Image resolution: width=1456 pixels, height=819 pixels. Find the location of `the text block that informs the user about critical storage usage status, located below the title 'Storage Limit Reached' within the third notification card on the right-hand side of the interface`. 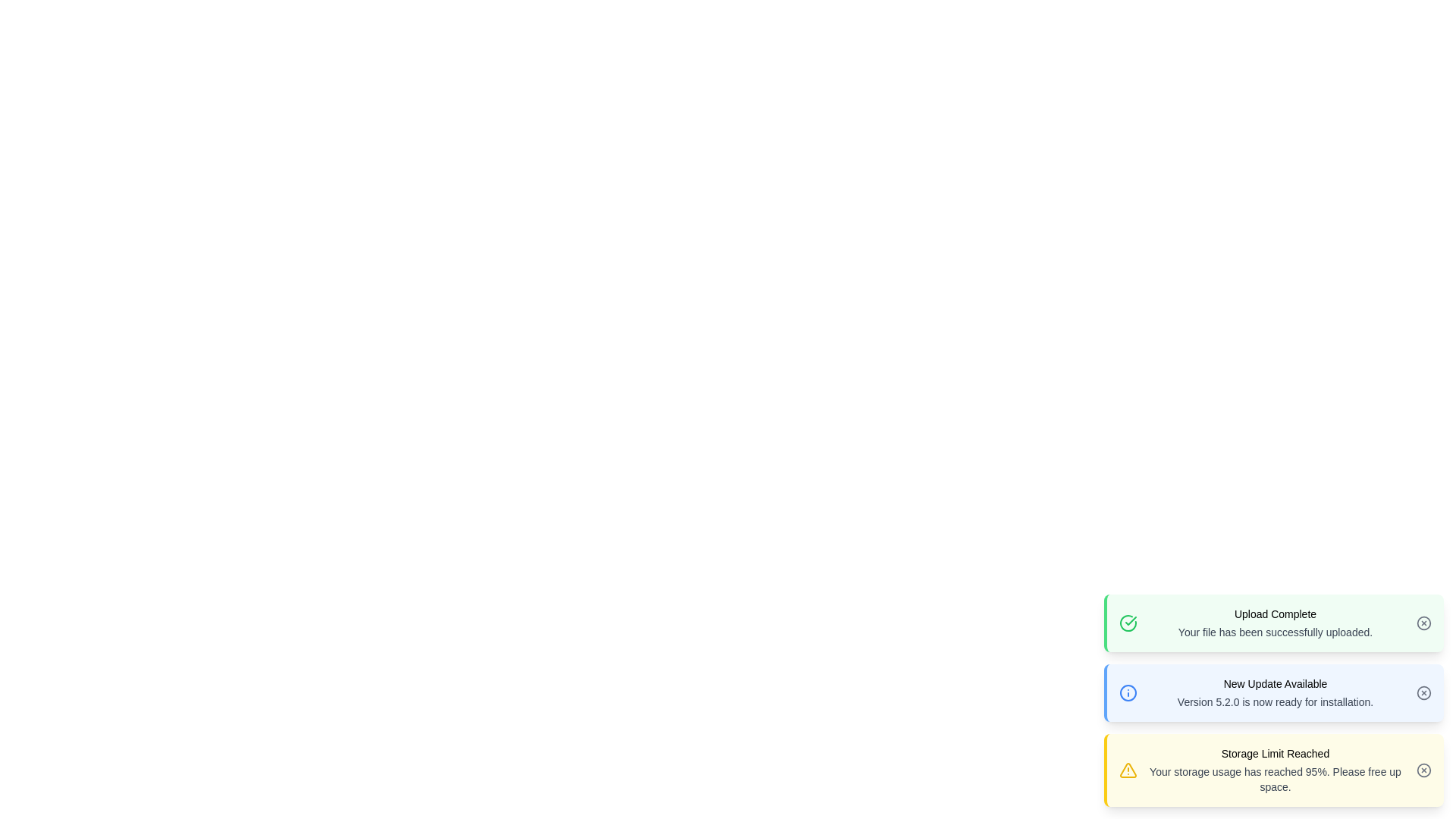

the text block that informs the user about critical storage usage status, located below the title 'Storage Limit Reached' within the third notification card on the right-hand side of the interface is located at coordinates (1274, 780).